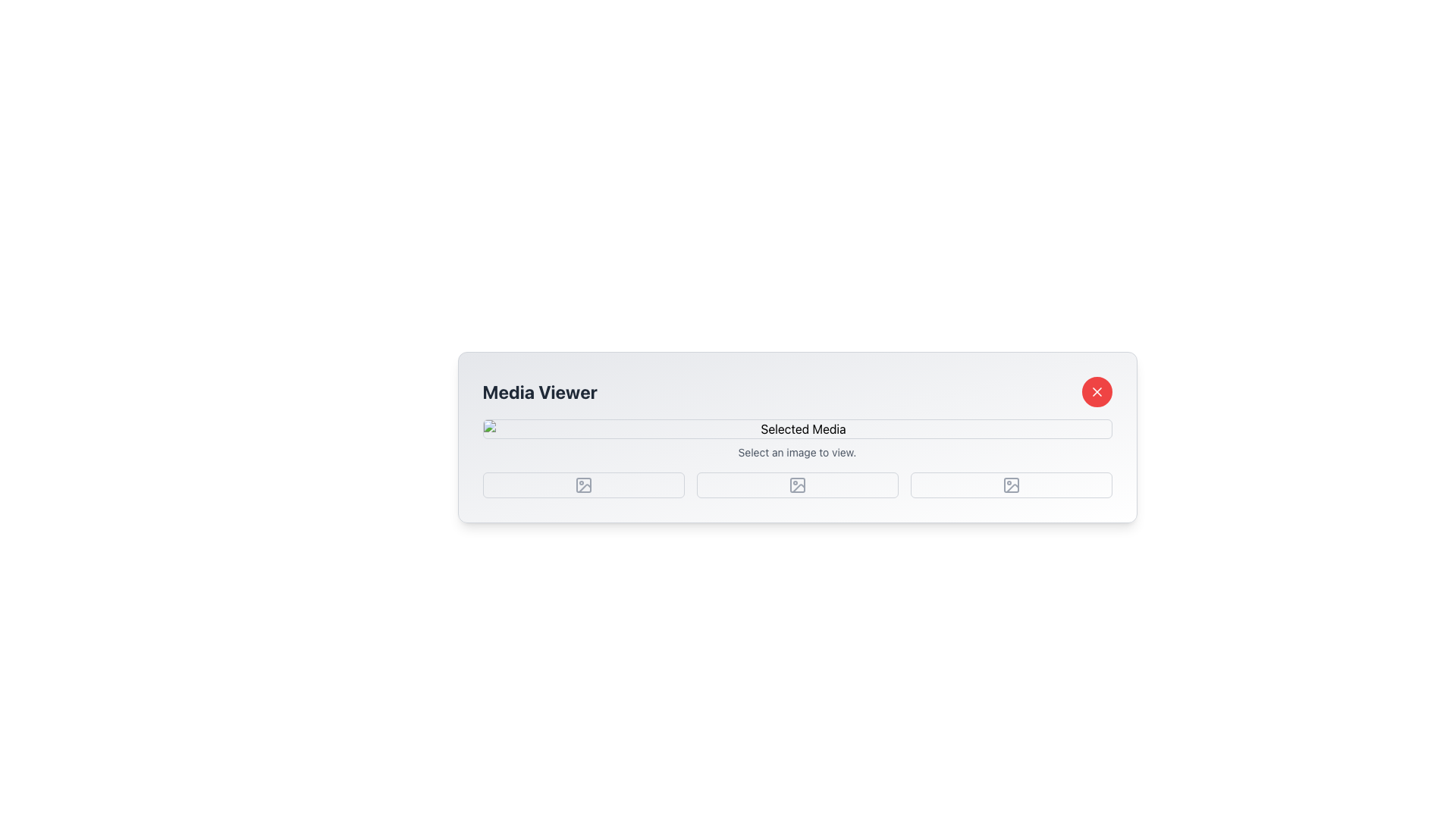 The height and width of the screenshot is (819, 1456). I want to click on the square-shaped button with a gray graphic in the bottom-right corner of the 'Media Viewer' module, so click(1011, 485).